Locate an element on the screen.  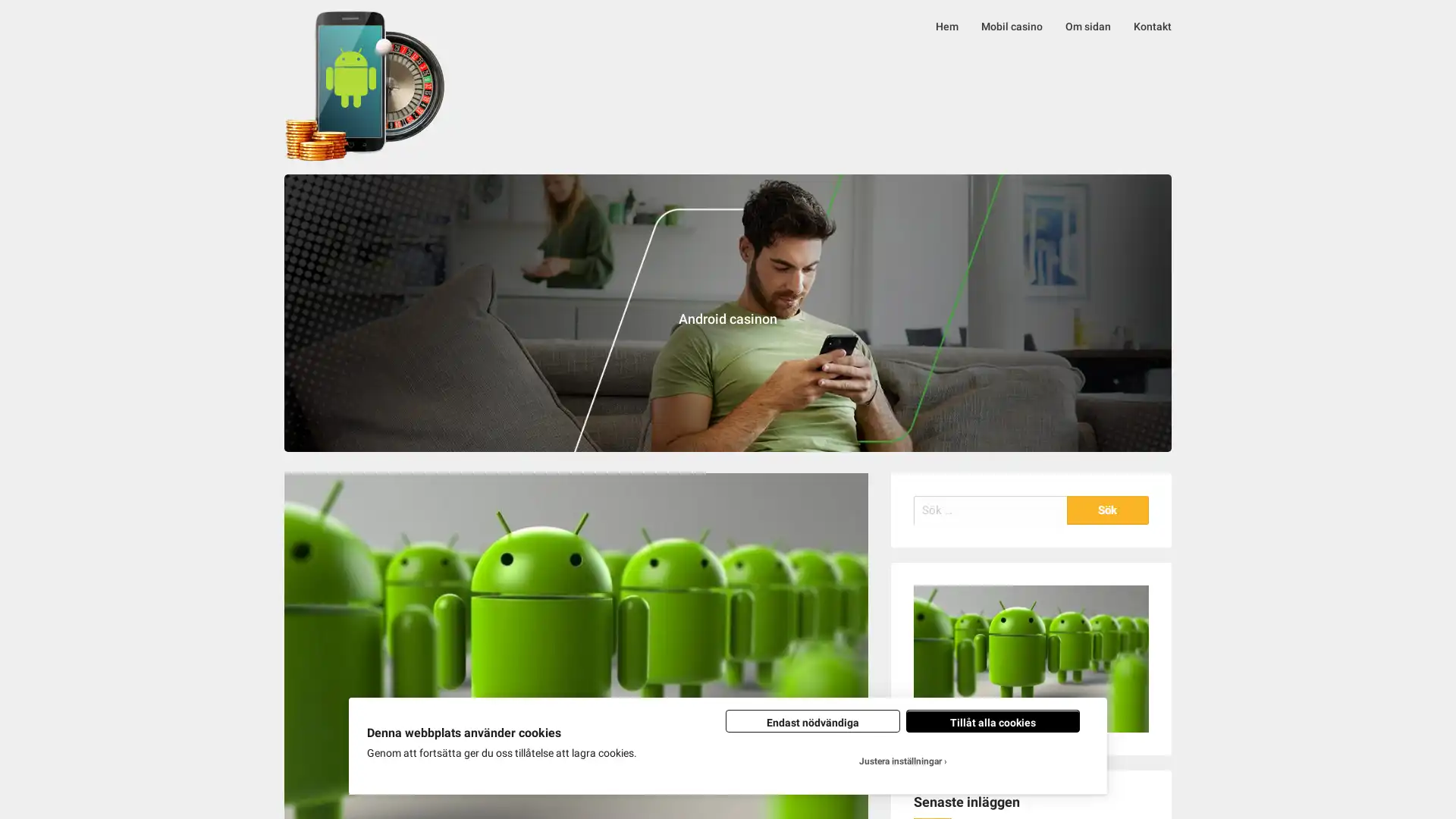
Tillat alla cookies is located at coordinates (993, 720).